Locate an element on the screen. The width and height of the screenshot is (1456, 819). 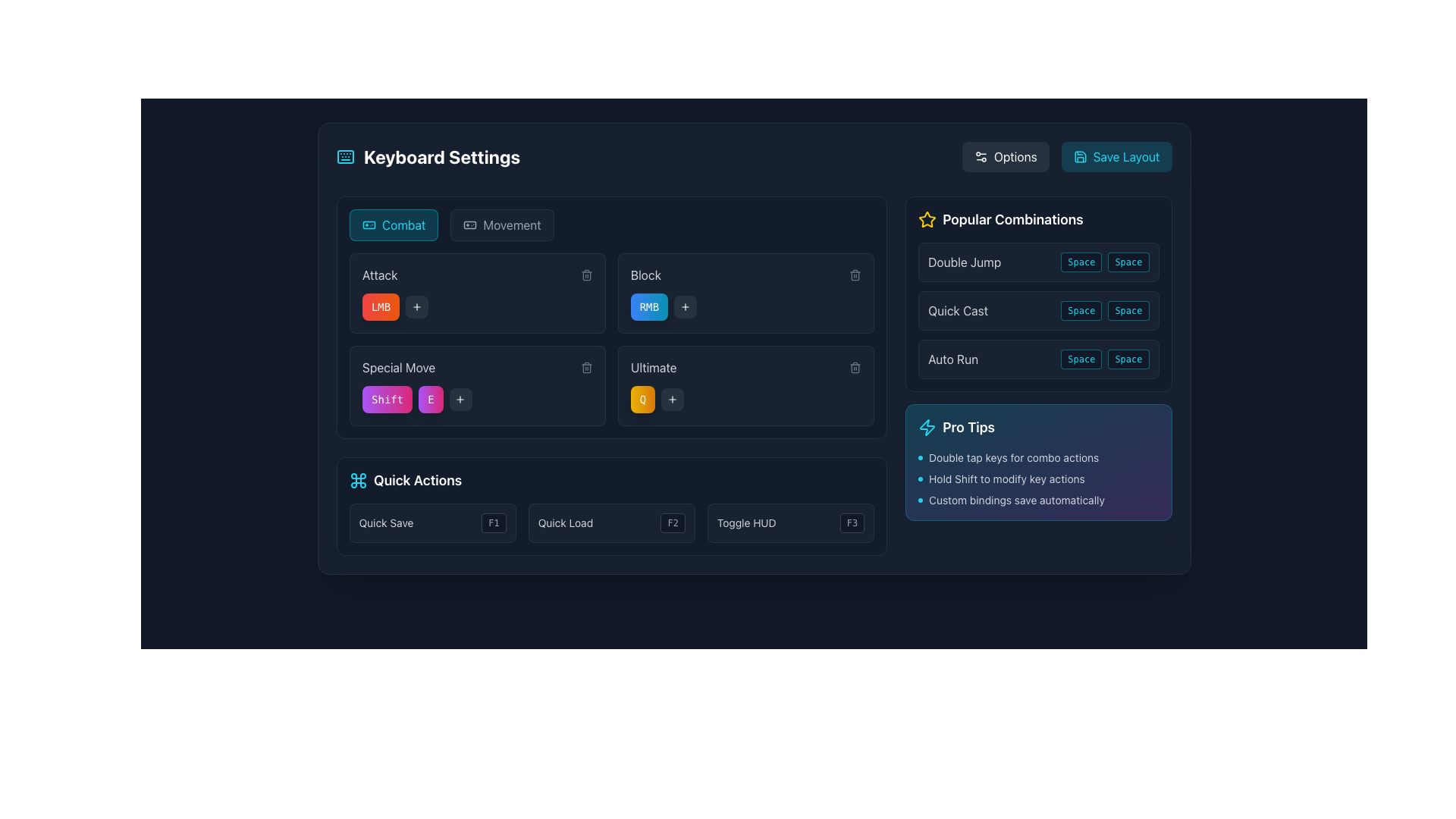
the delete icon button located on the right side of the 'Attack' section within the 'Keyboard Settings' interface to invoke the delete action is located at coordinates (585, 275).